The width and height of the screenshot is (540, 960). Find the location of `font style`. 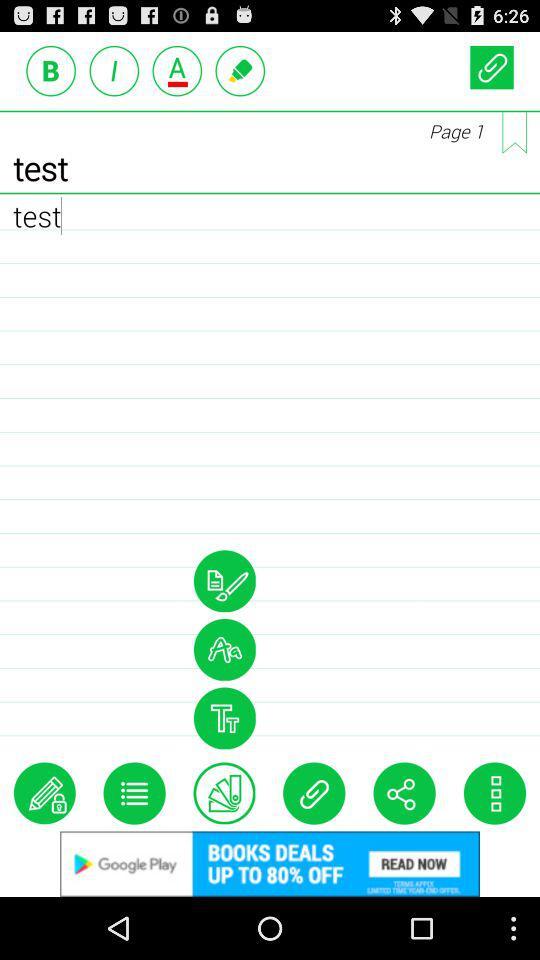

font style is located at coordinates (114, 70).